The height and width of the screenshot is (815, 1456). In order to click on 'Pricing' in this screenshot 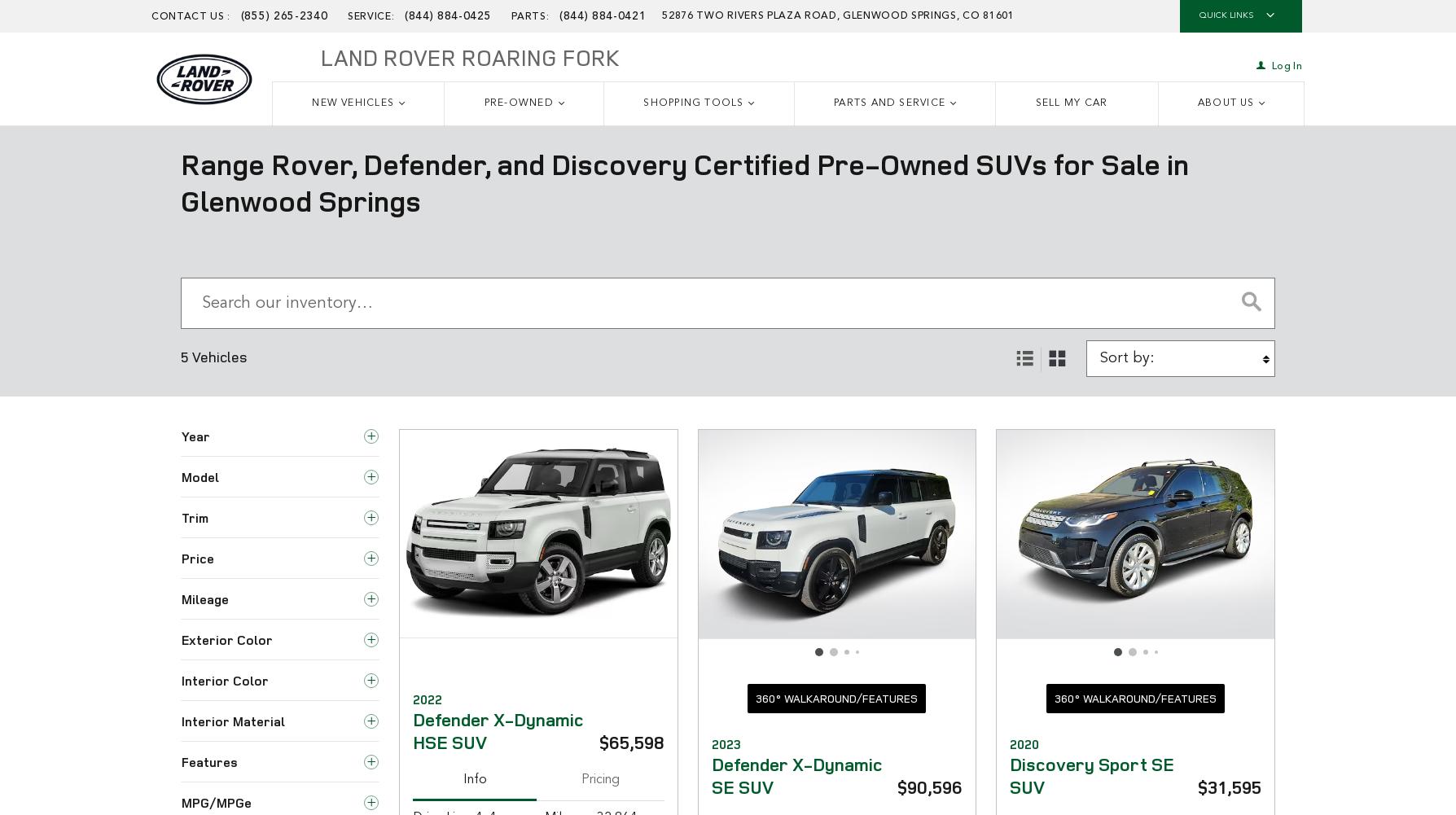, I will do `click(580, 778)`.